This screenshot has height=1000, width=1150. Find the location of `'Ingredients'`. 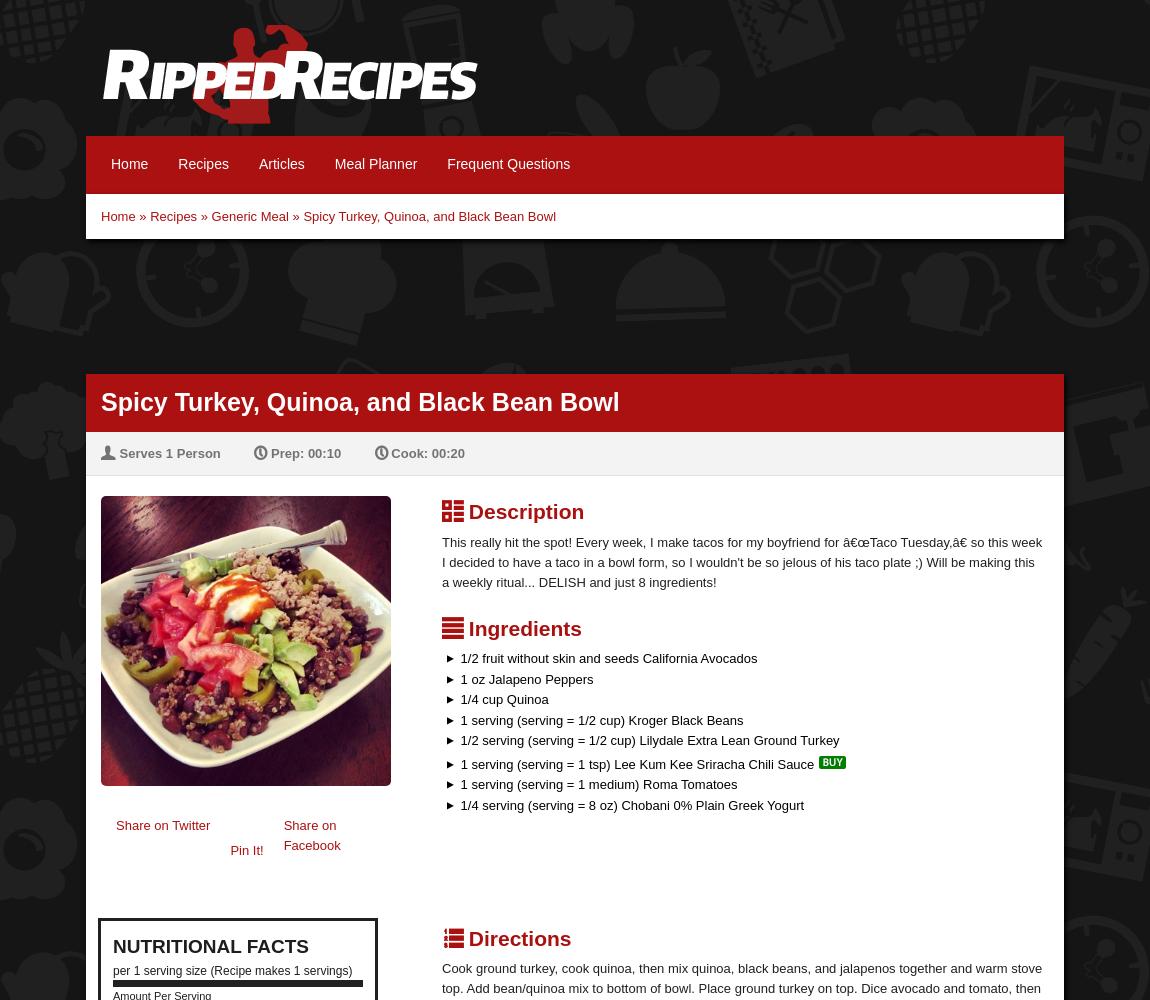

'Ingredients' is located at coordinates (522, 627).